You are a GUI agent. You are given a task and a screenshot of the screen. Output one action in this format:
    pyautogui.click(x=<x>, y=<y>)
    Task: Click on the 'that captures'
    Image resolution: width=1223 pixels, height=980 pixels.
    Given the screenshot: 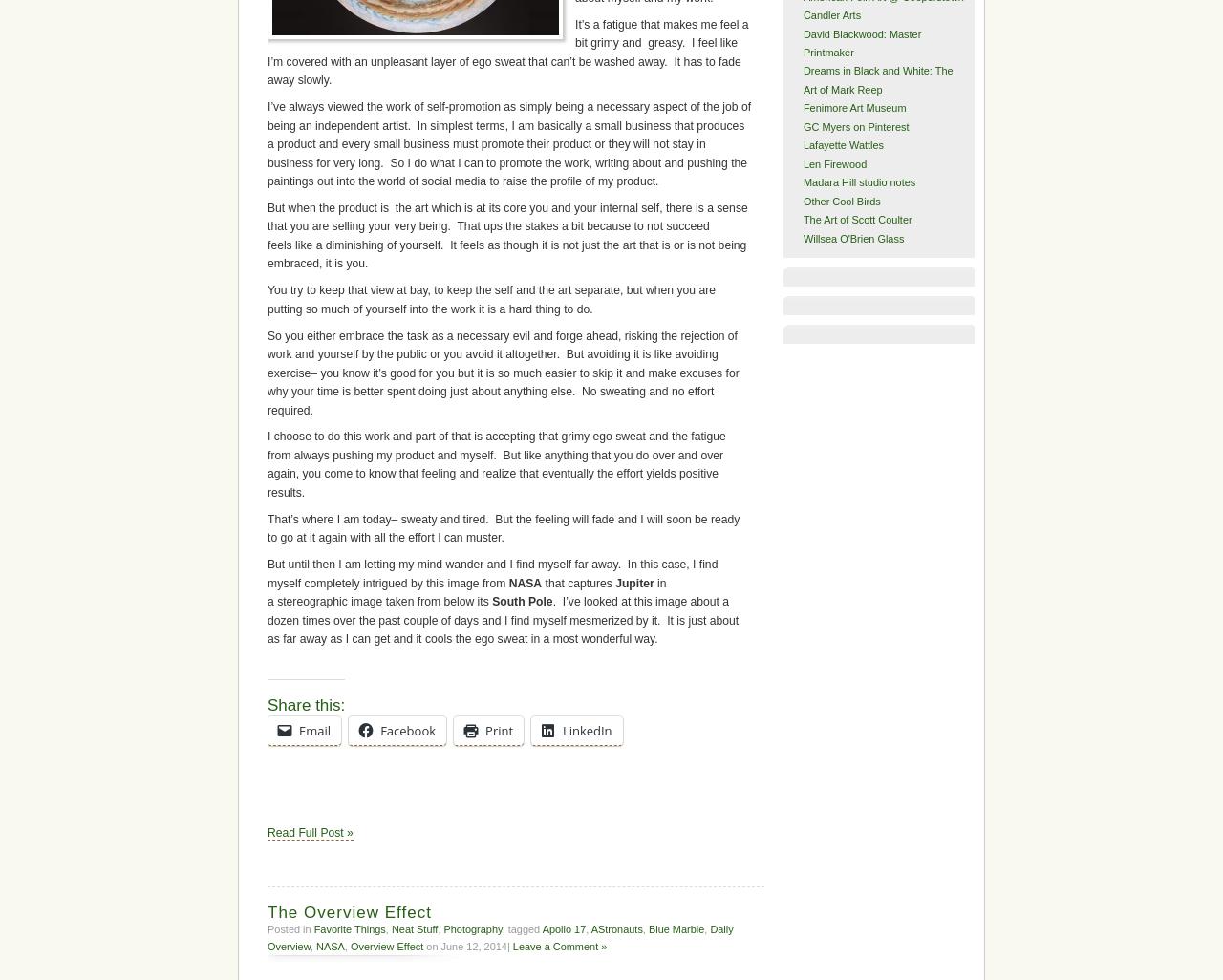 What is the action you would take?
    pyautogui.click(x=577, y=581)
    